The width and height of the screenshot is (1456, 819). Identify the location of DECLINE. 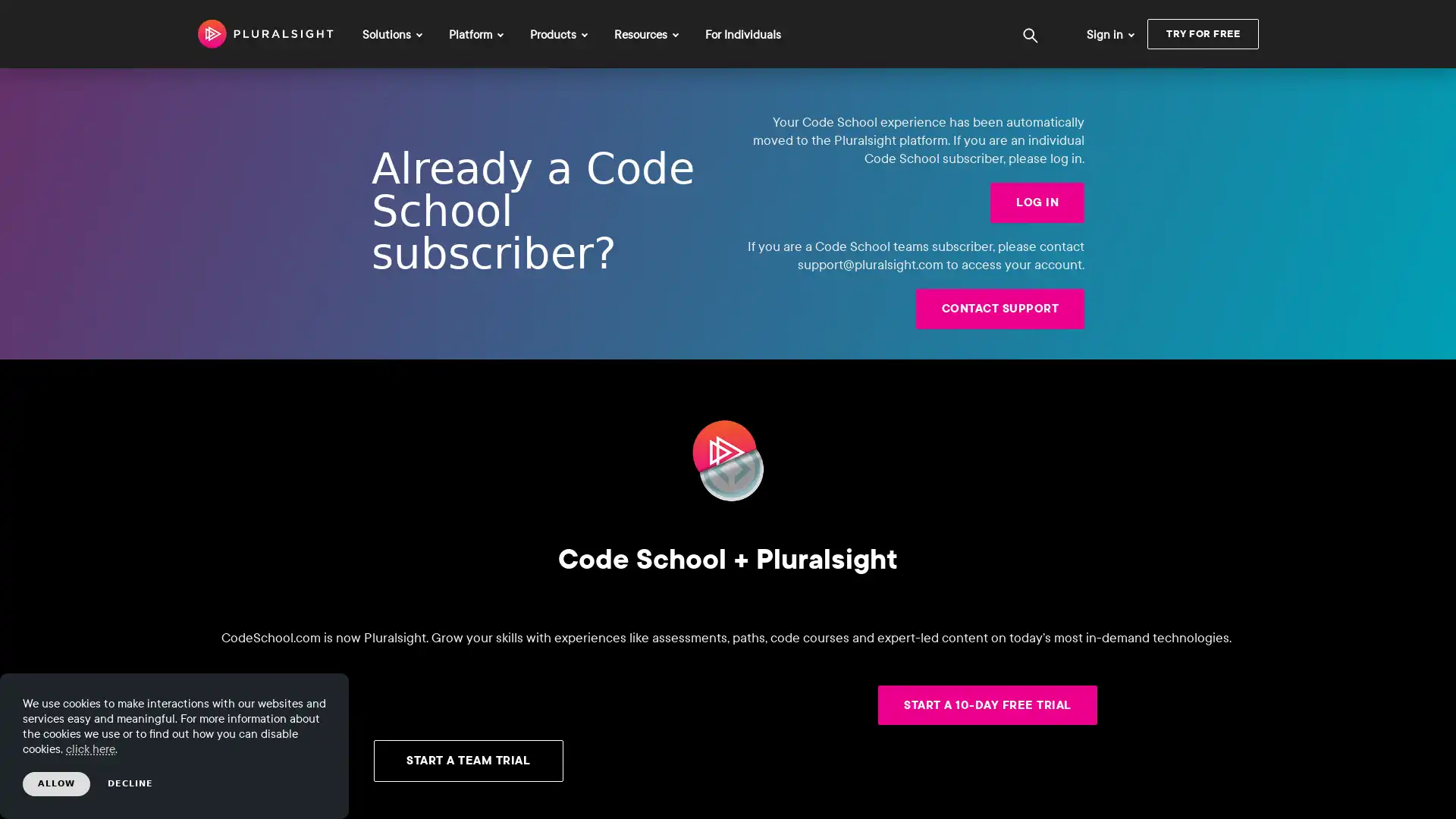
(130, 783).